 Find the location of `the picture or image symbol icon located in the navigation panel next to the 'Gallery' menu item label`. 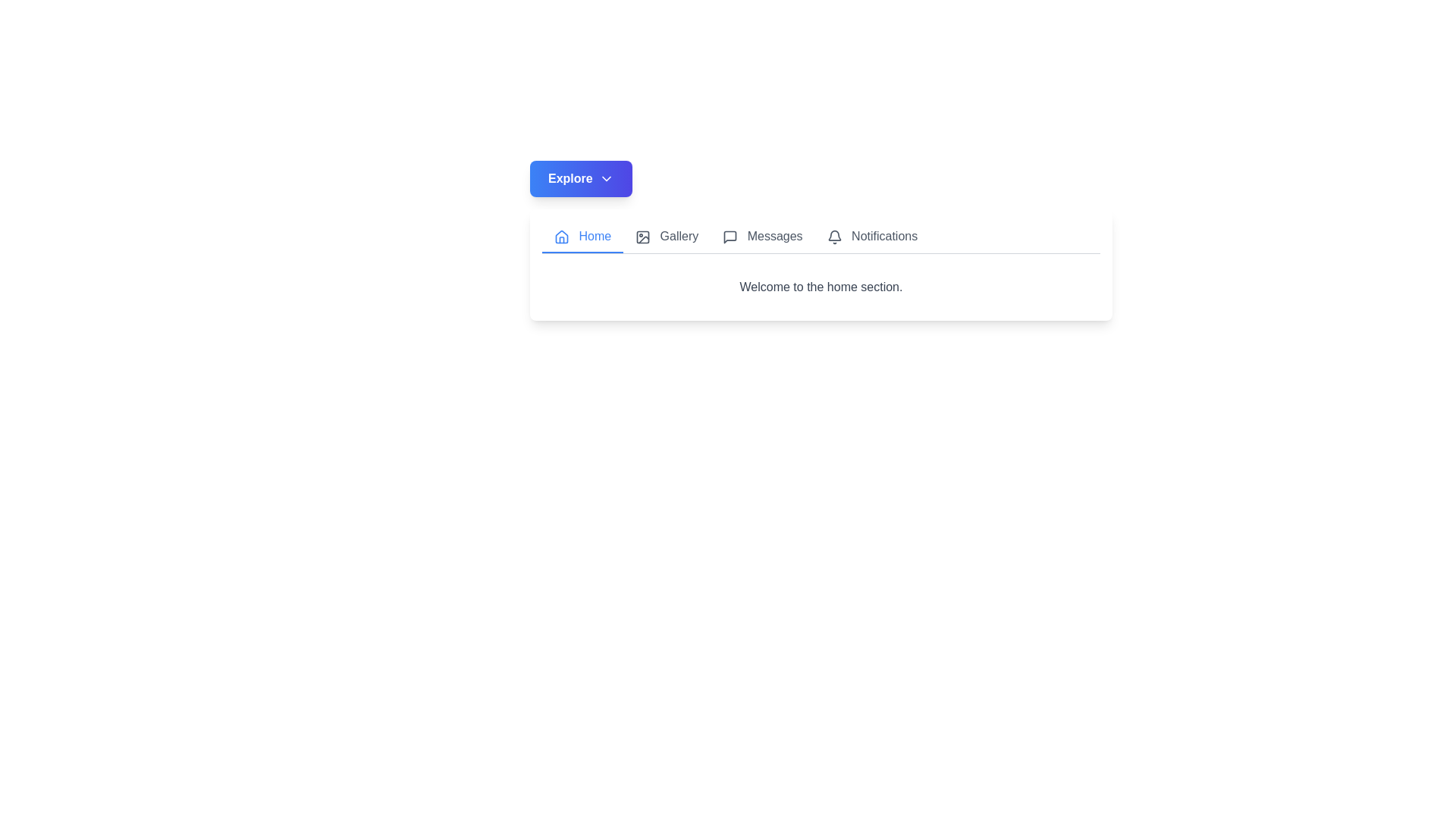

the picture or image symbol icon located in the navigation panel next to the 'Gallery' menu item label is located at coordinates (643, 237).